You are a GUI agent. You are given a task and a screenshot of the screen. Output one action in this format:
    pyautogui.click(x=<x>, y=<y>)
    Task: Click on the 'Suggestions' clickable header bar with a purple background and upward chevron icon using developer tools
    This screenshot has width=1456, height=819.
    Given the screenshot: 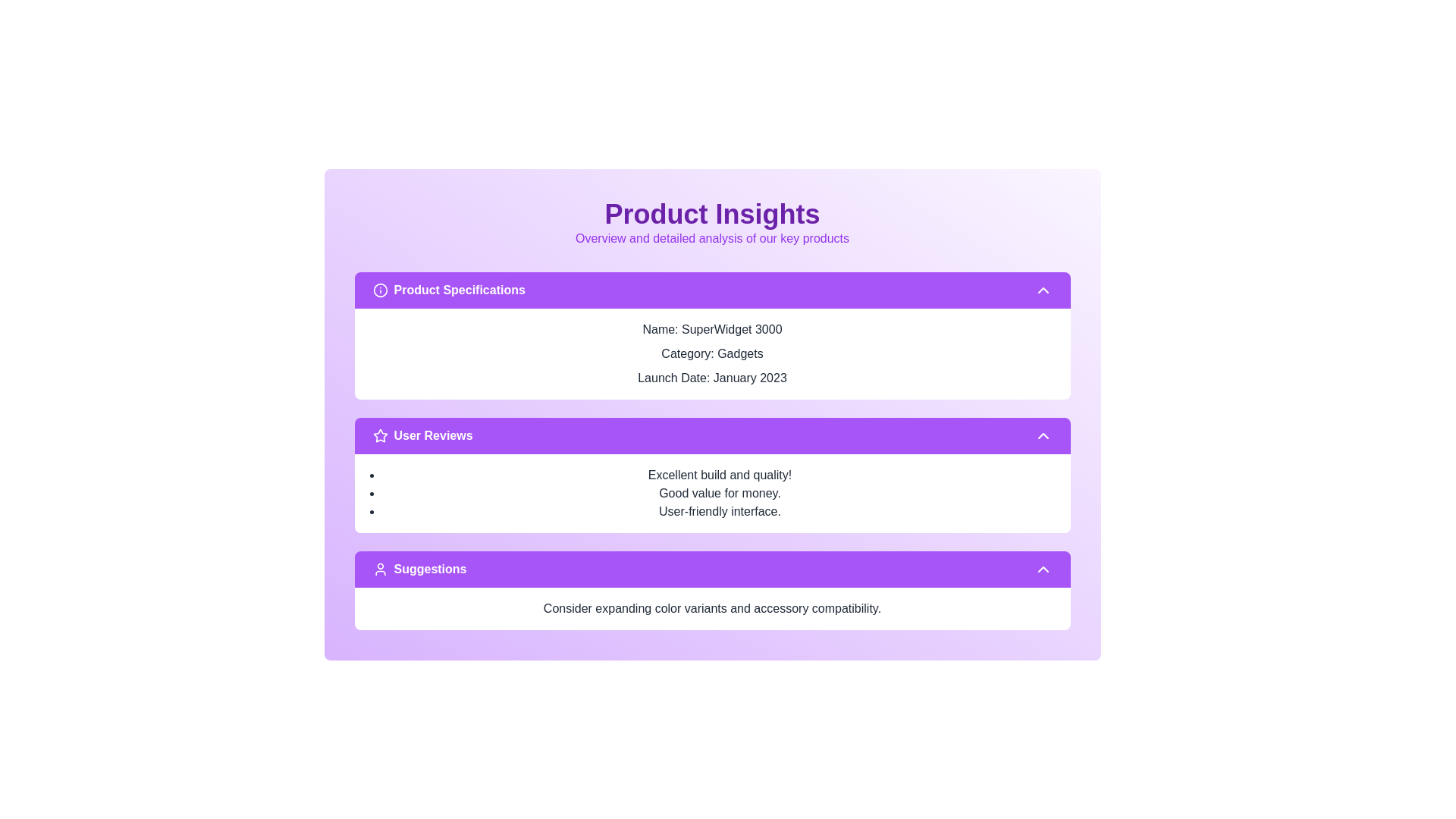 What is the action you would take?
    pyautogui.click(x=711, y=570)
    